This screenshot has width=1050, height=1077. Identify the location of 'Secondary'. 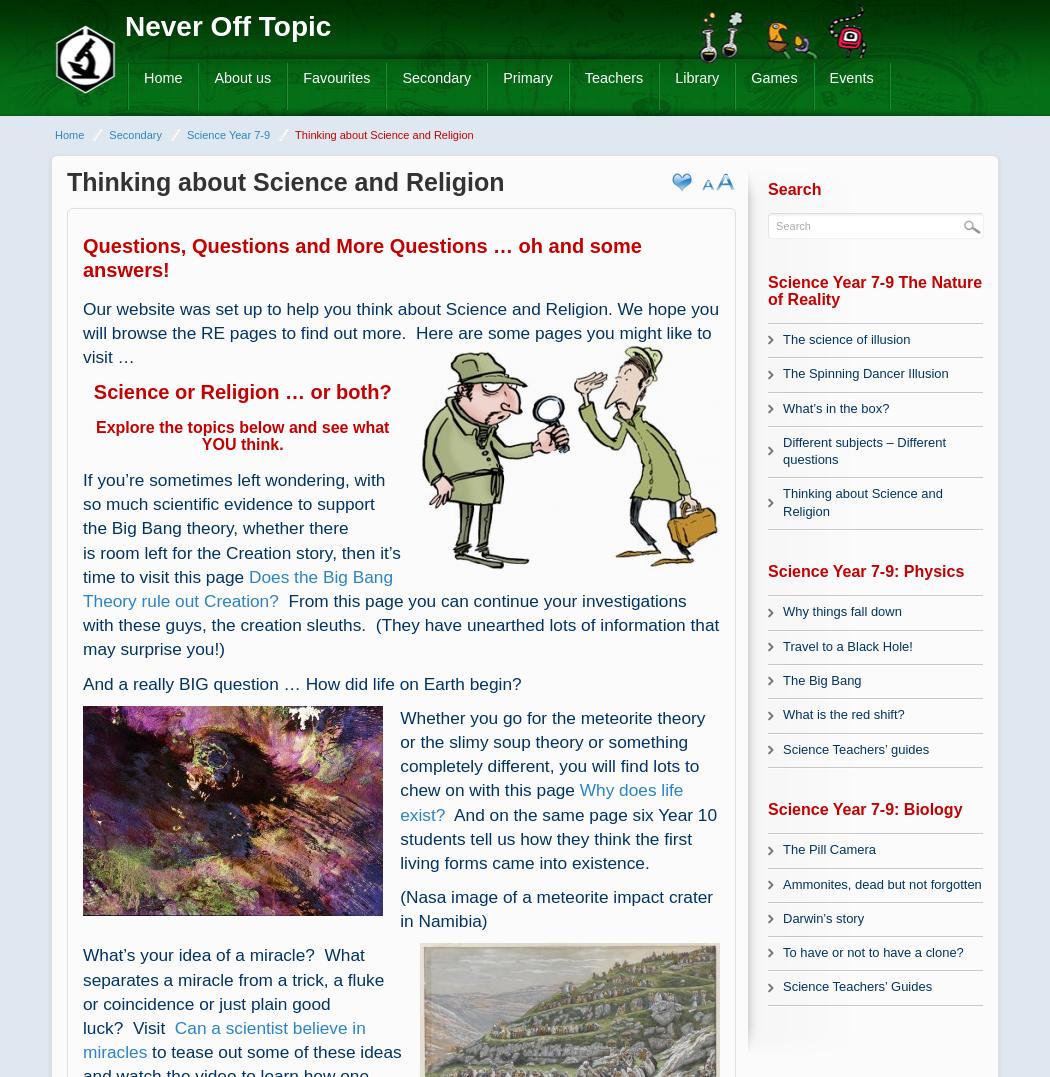
(134, 134).